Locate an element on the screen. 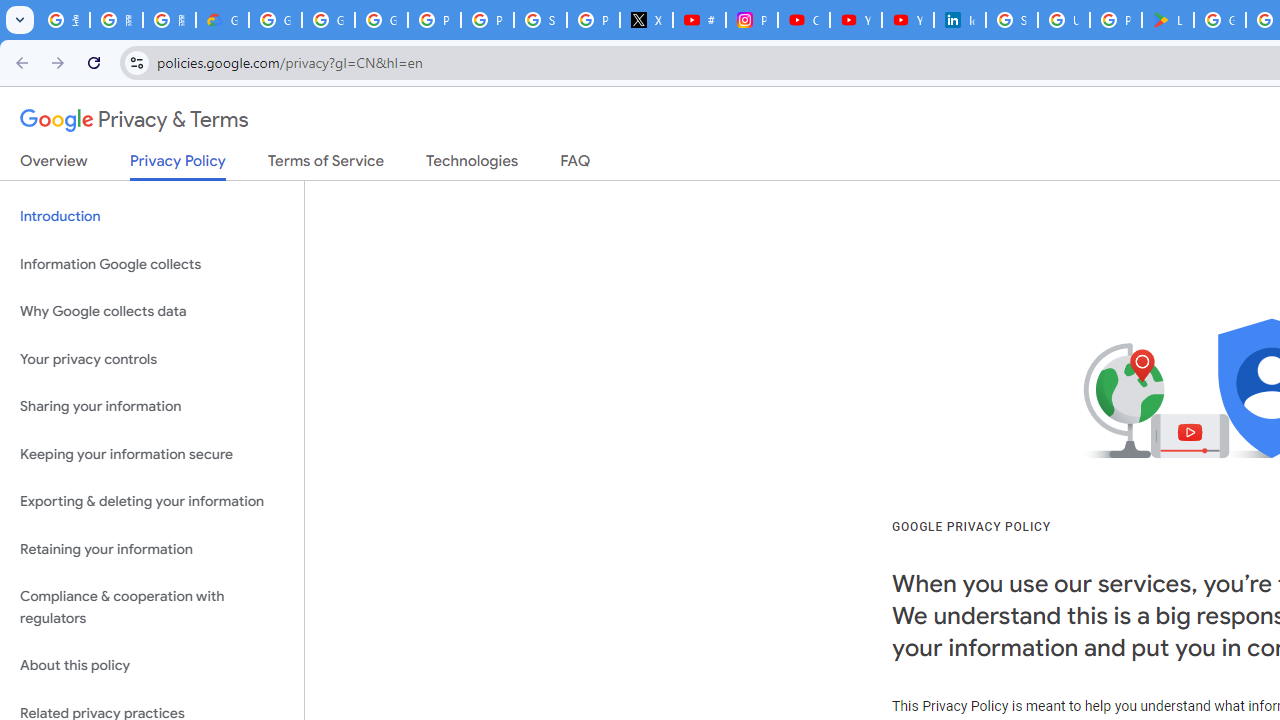 The height and width of the screenshot is (720, 1280). 'Keeping your information secure' is located at coordinates (151, 454).